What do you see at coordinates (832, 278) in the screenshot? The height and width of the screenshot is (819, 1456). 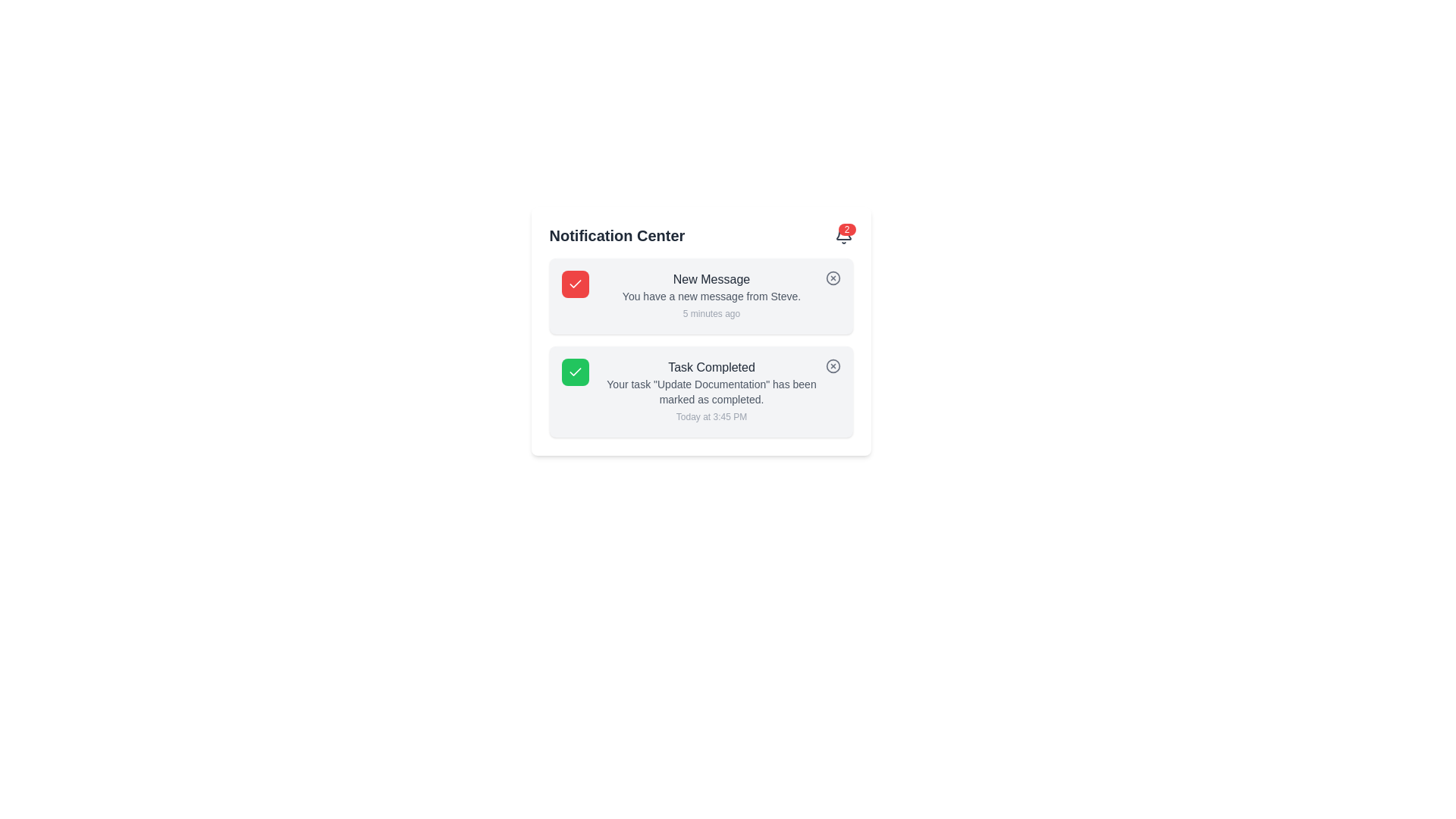 I see `circular SVG graphic element styled as a border with no fill, located within the close icon of the 'New Message' notification card in the top-right corner` at bounding box center [832, 278].